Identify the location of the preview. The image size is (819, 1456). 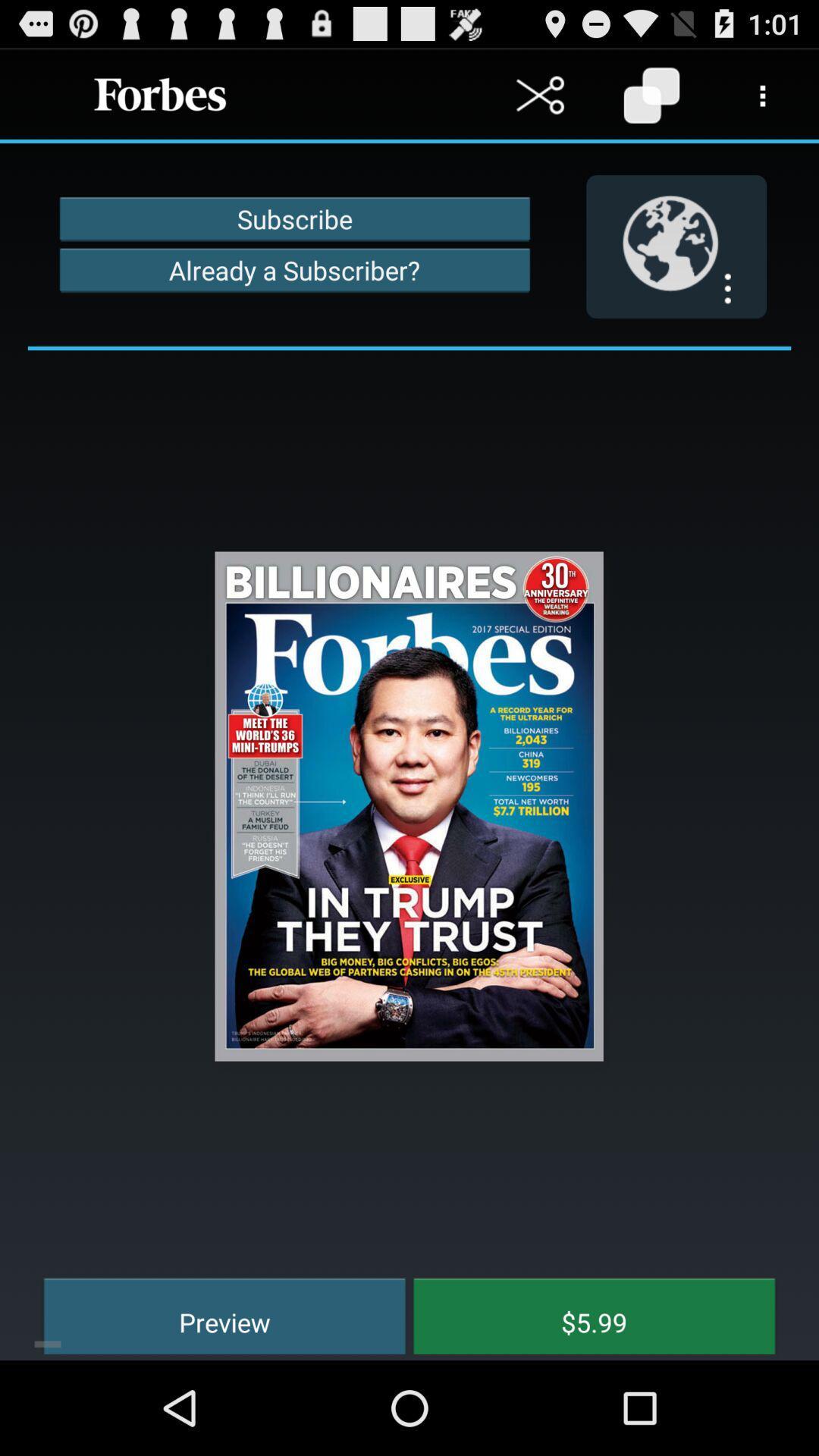
(213, 1313).